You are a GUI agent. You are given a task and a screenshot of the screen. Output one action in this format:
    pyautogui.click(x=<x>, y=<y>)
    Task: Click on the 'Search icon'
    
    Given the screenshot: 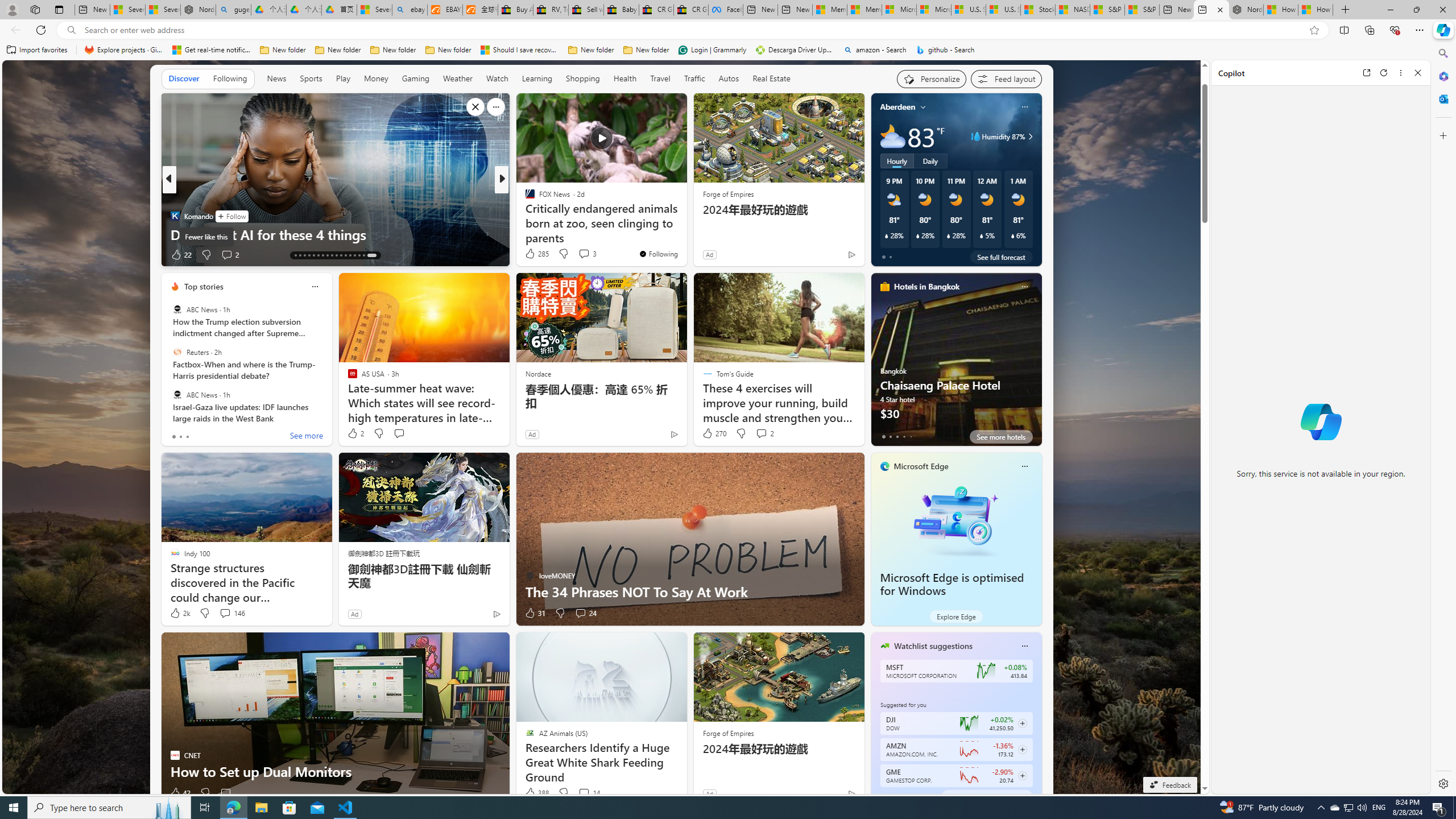 What is the action you would take?
    pyautogui.click(x=71, y=30)
    